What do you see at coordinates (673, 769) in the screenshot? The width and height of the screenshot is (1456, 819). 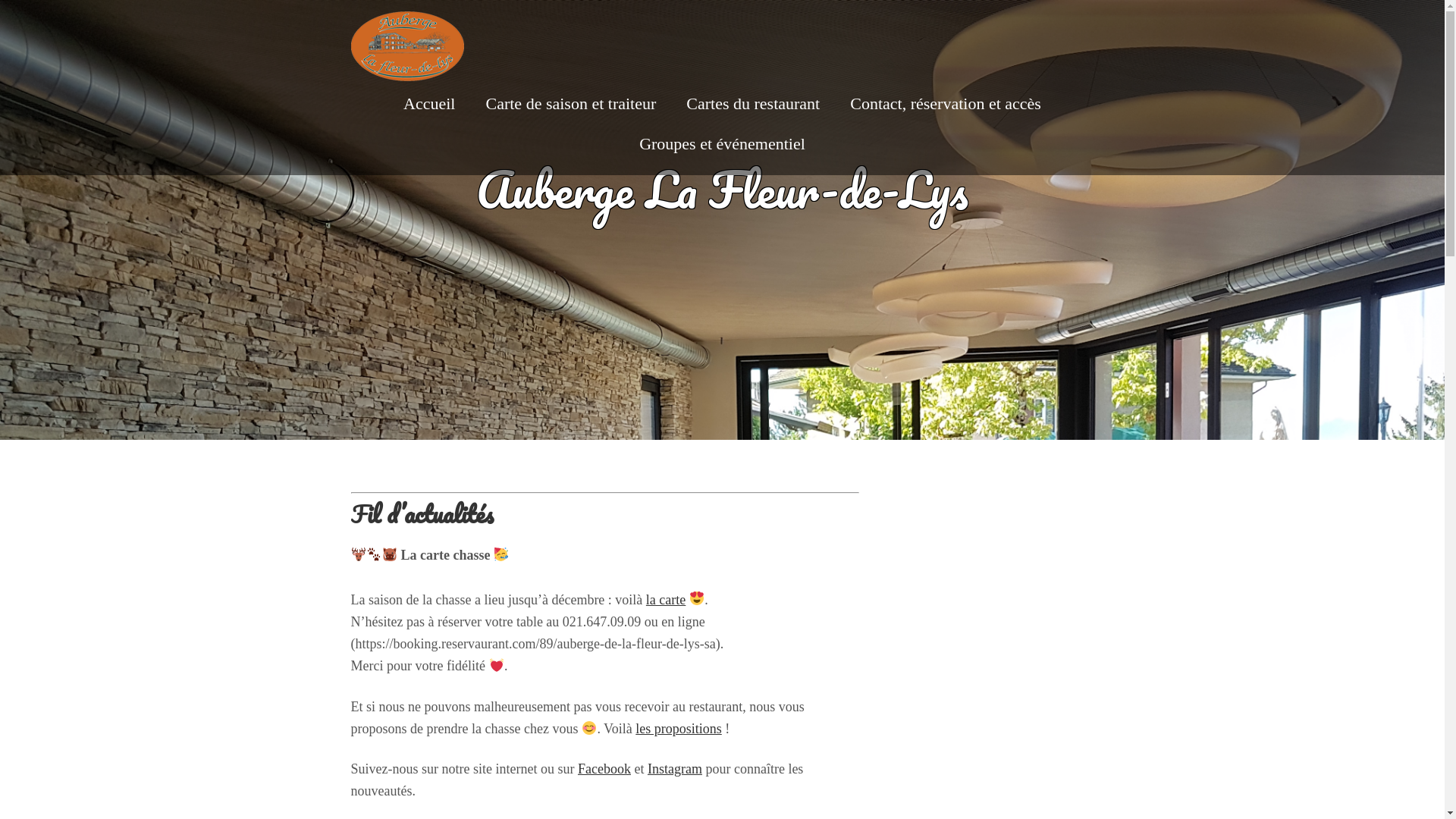 I see `'Instagram'` at bounding box center [673, 769].